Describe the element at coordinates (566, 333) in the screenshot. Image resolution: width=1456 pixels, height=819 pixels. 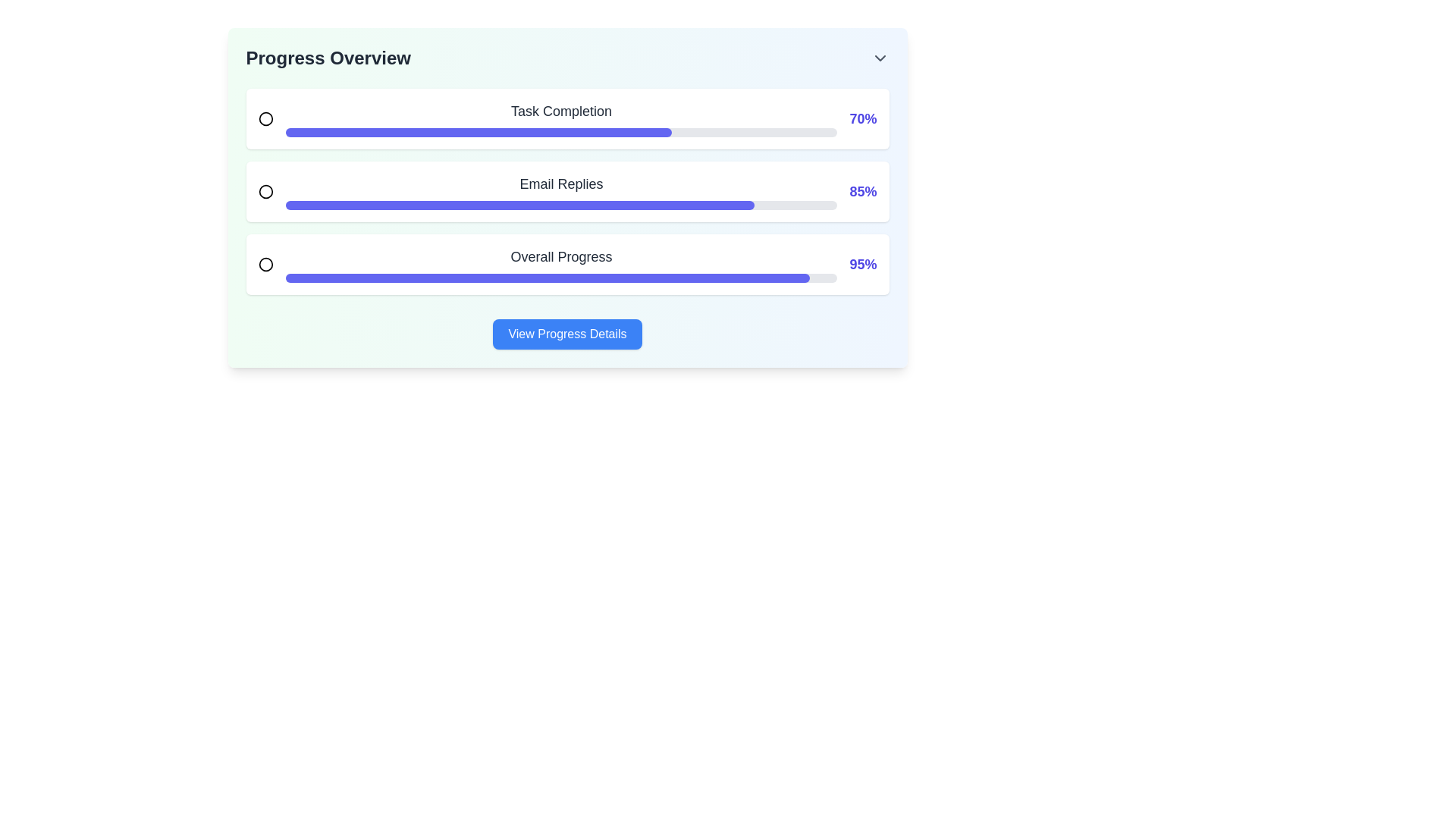
I see `the 'View Progress Details' button, which is a rectangular button with rounded corners and a vivid blue background` at that location.